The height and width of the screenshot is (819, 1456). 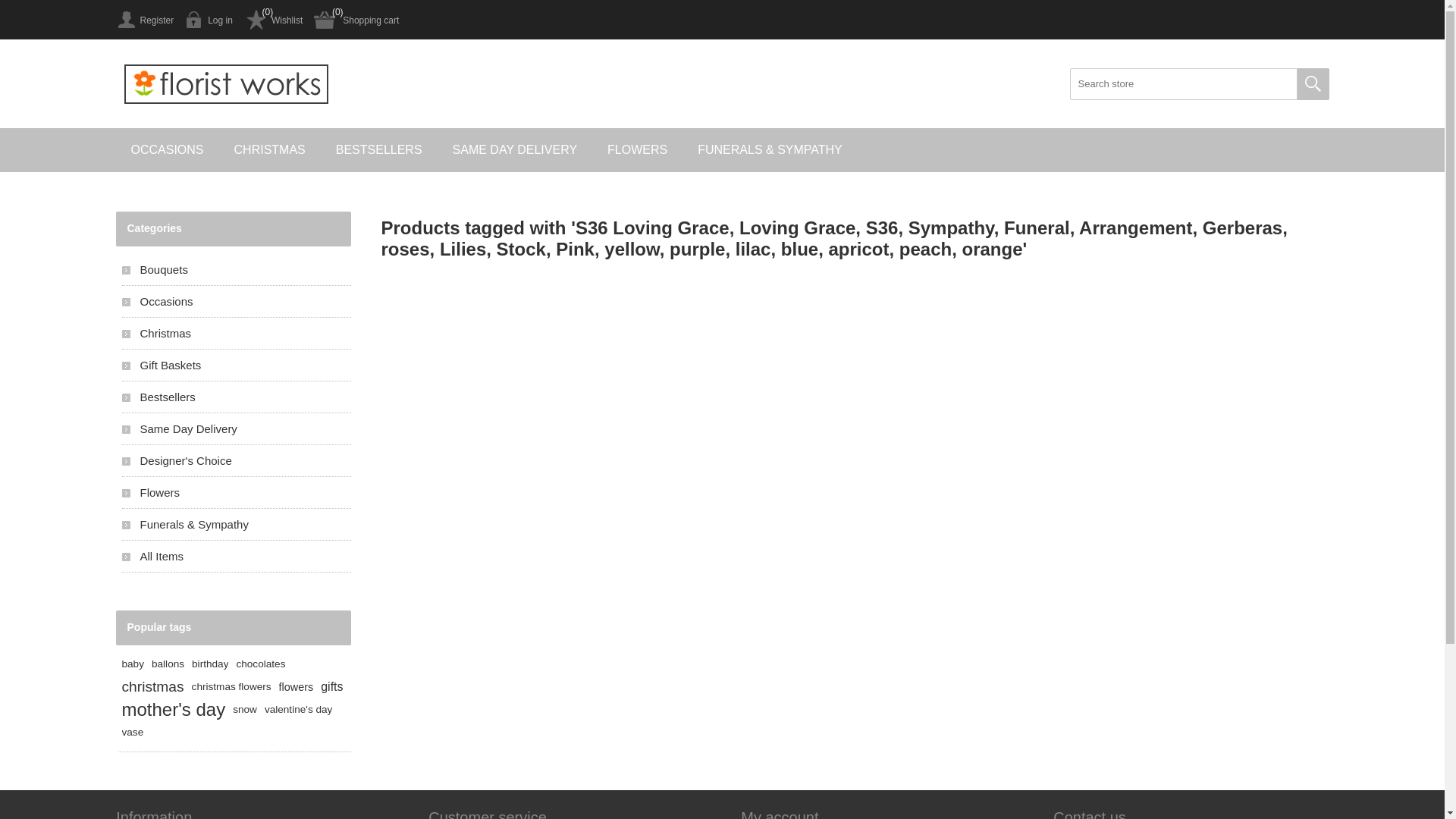 What do you see at coordinates (273, 20) in the screenshot?
I see `'Wishlist'` at bounding box center [273, 20].